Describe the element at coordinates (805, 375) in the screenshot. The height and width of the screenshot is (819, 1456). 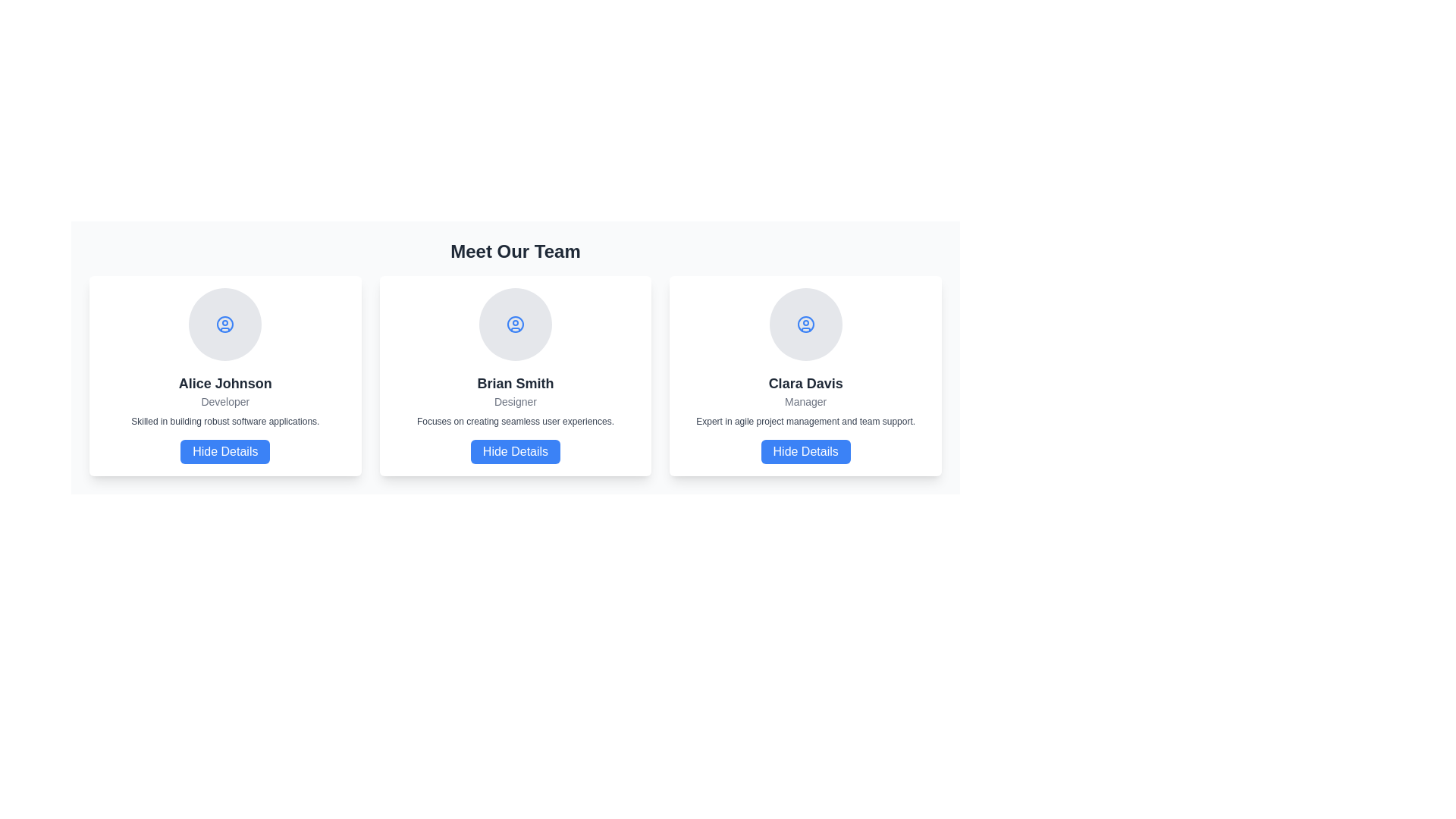
I see `text content of the team member's profile card located in the third column of the grid layout, positioned to the far right` at that location.